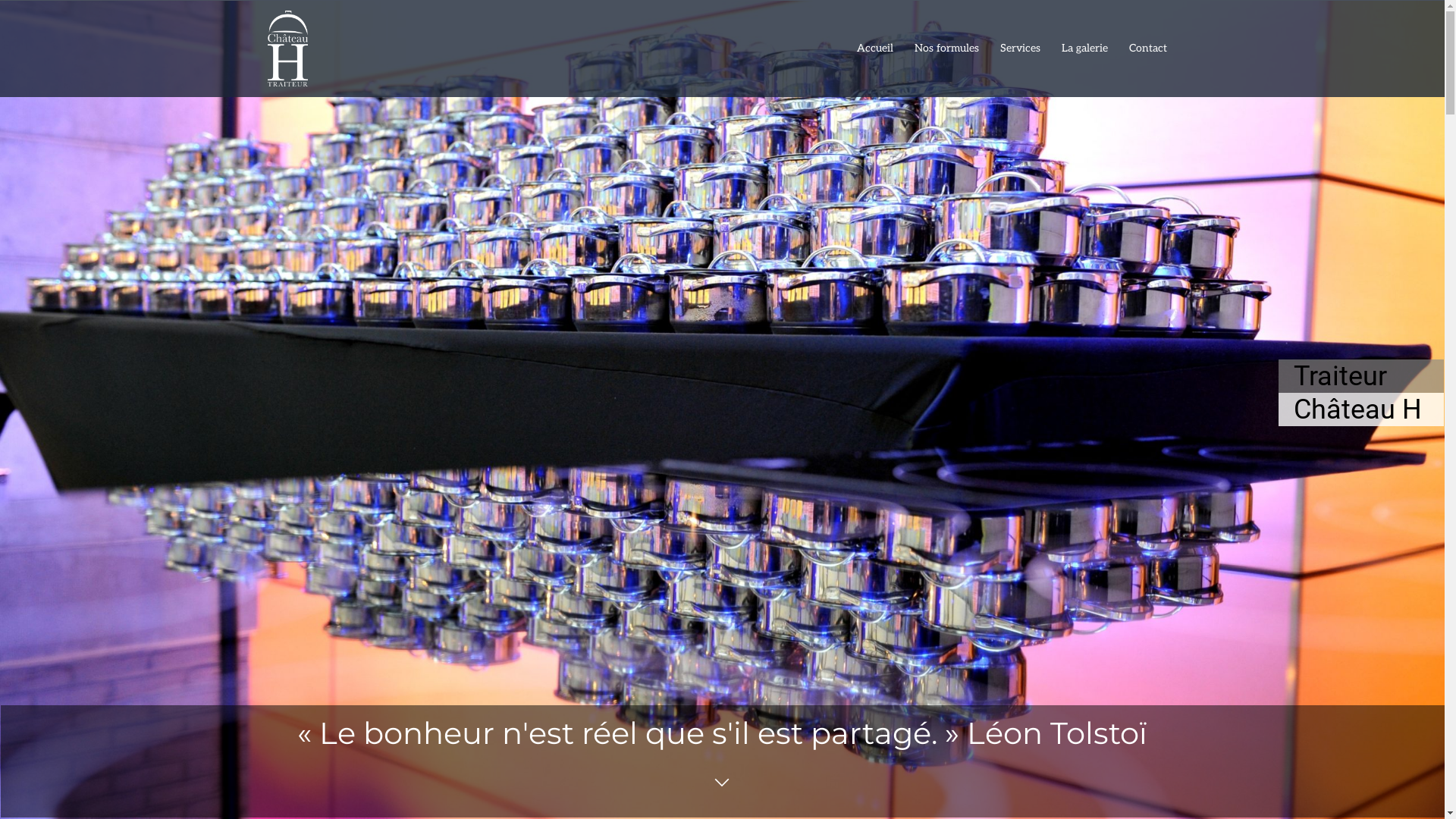  What do you see at coordinates (1117, 48) in the screenshot?
I see `'Contact'` at bounding box center [1117, 48].